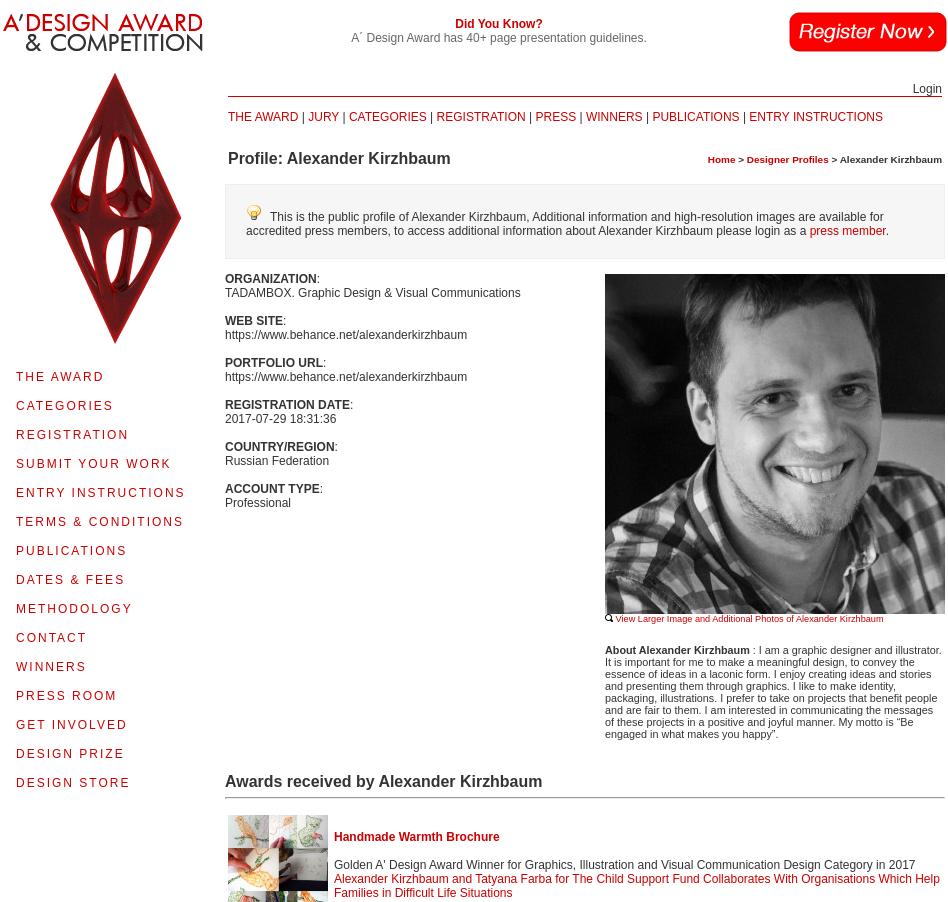 The width and height of the screenshot is (948, 902). Describe the element at coordinates (72, 782) in the screenshot. I see `'DESIGN STORE'` at that location.